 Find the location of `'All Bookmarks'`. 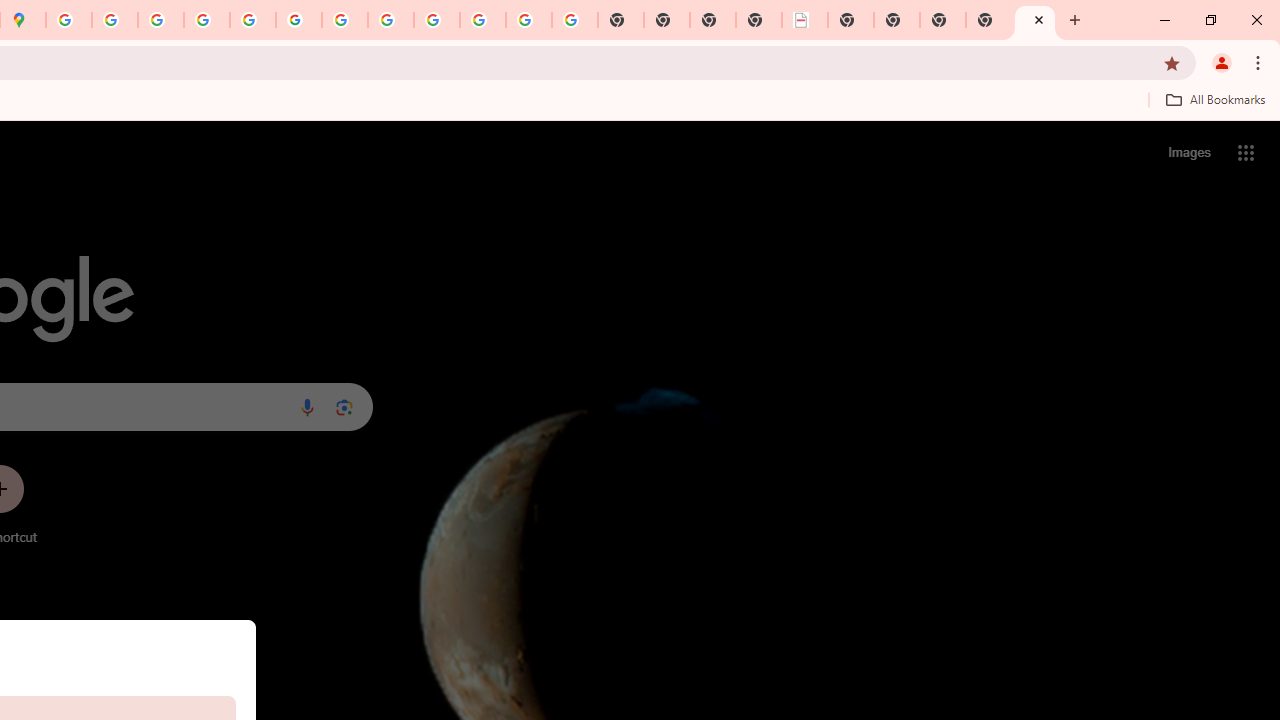

'All Bookmarks' is located at coordinates (1214, 99).